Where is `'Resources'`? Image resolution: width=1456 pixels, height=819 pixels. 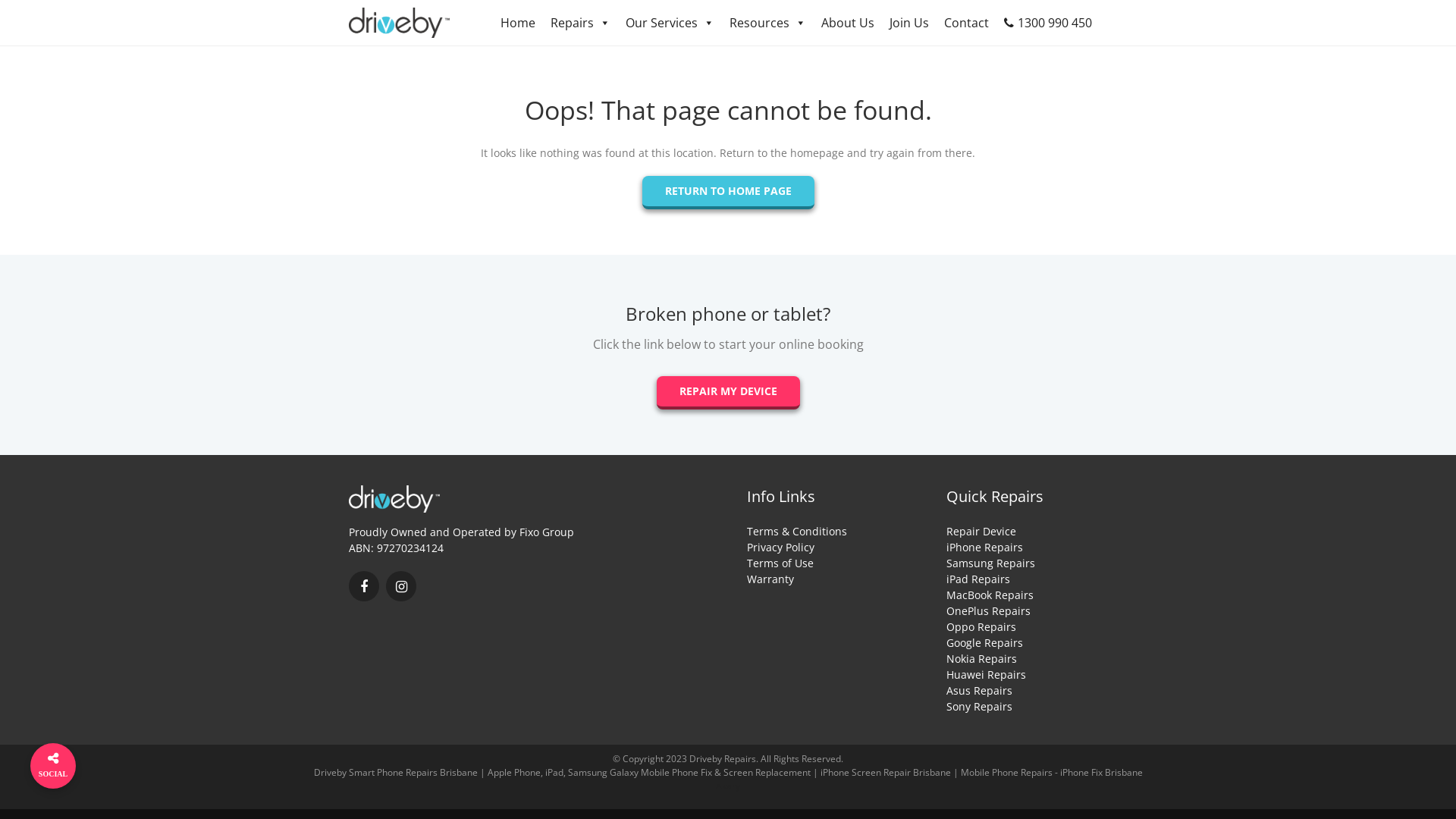 'Resources' is located at coordinates (767, 23).